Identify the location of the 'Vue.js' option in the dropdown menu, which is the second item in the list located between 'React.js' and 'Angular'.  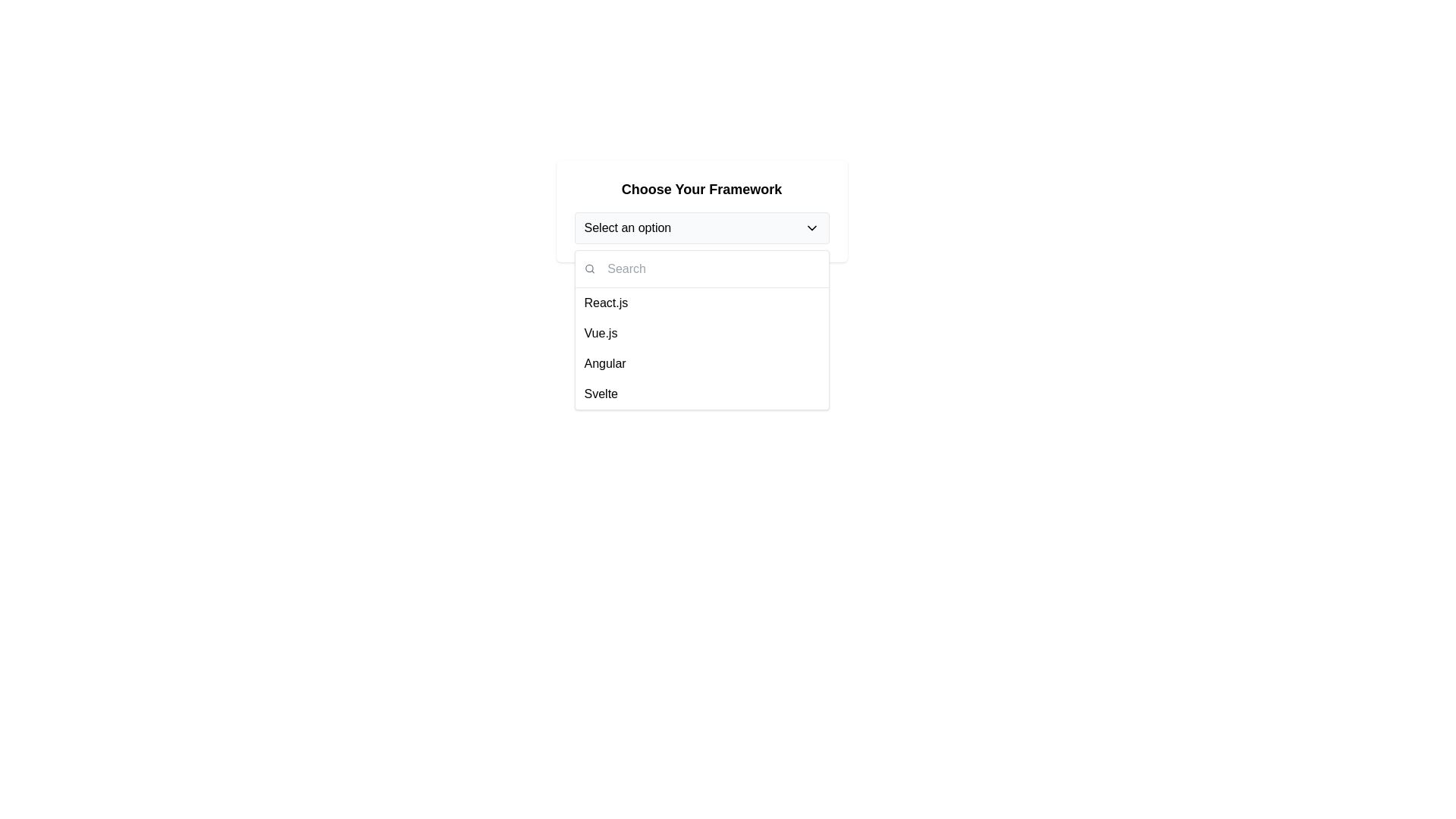
(701, 332).